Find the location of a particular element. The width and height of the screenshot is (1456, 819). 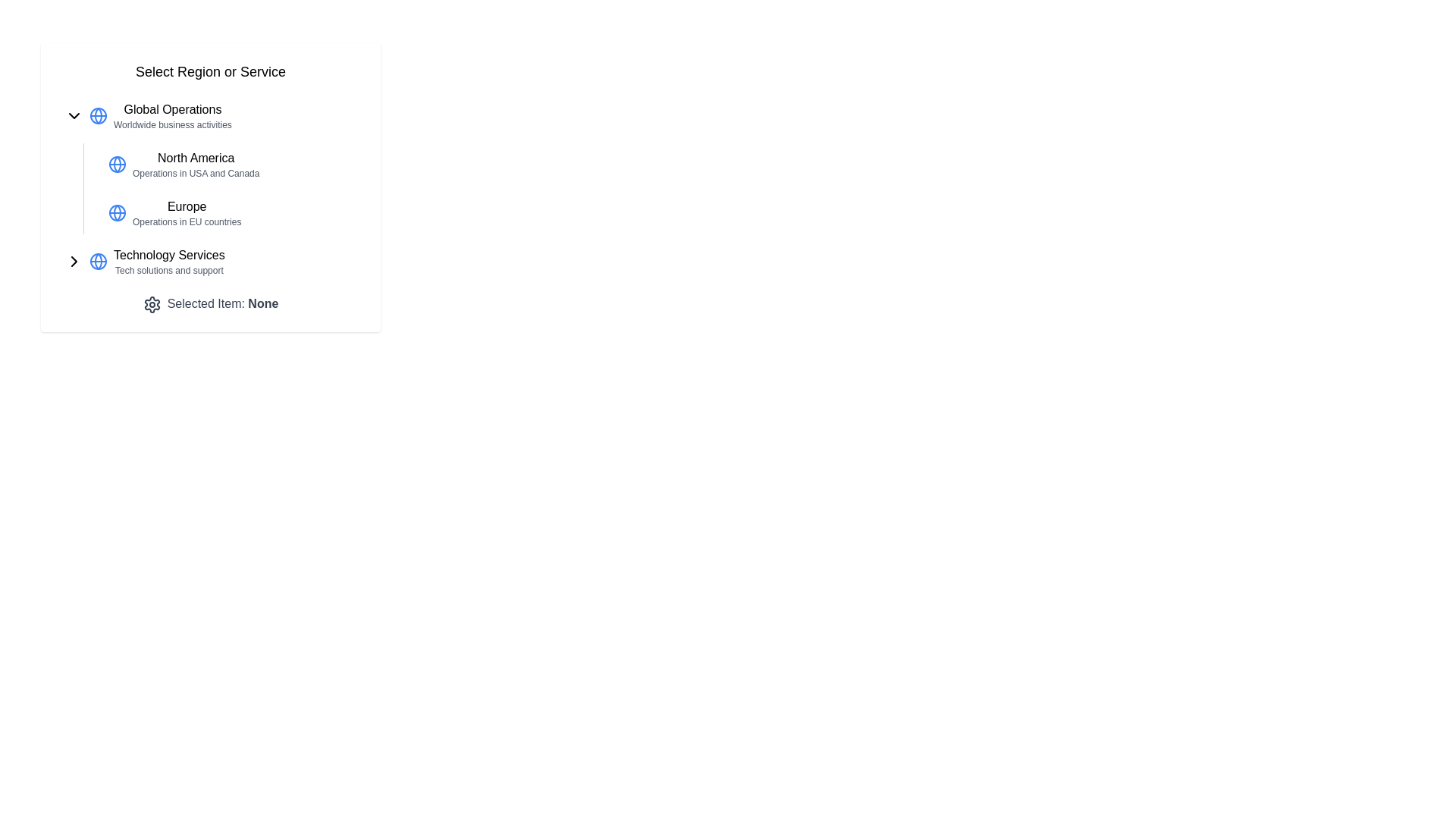

the globe icon representing international or technology-related themes, located to the left of the 'Technology Services' text is located at coordinates (97, 260).